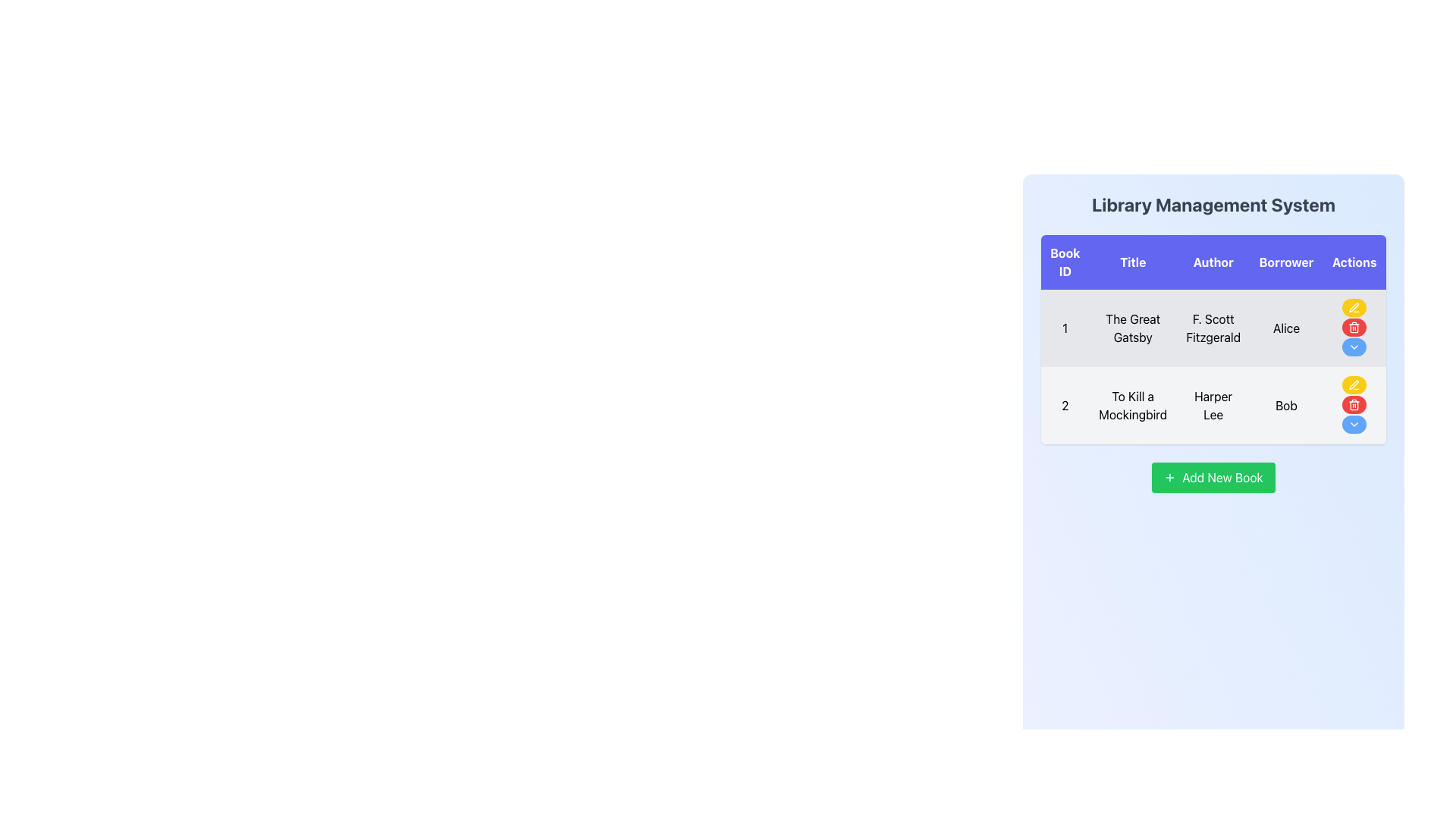  What do you see at coordinates (1354, 405) in the screenshot?
I see `the trash bin icon button located in the second row of the 'Actions' column in the table` at bounding box center [1354, 405].